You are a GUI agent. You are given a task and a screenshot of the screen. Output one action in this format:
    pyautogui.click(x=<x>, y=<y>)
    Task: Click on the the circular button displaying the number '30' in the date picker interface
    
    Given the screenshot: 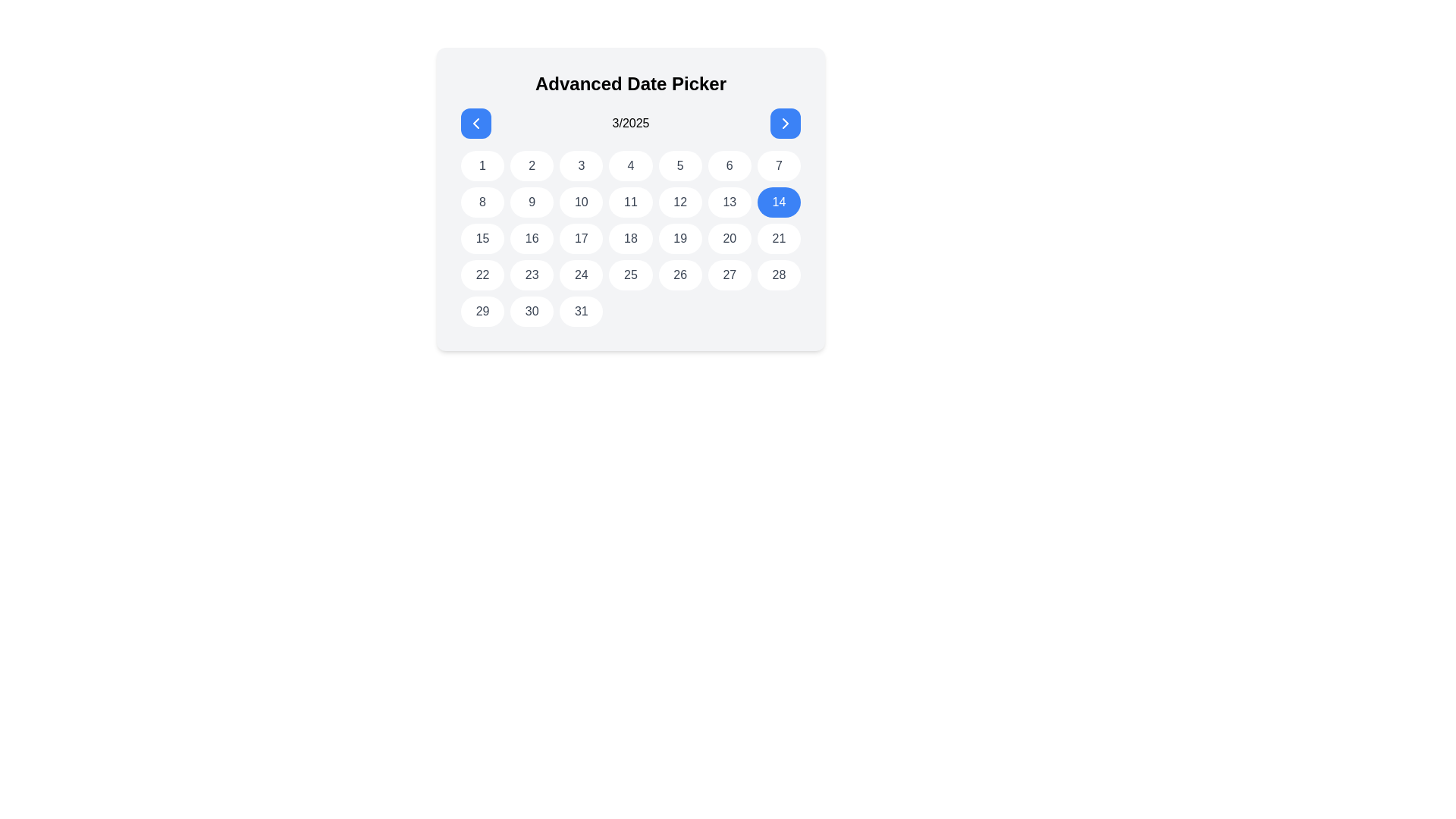 What is the action you would take?
    pyautogui.click(x=532, y=311)
    